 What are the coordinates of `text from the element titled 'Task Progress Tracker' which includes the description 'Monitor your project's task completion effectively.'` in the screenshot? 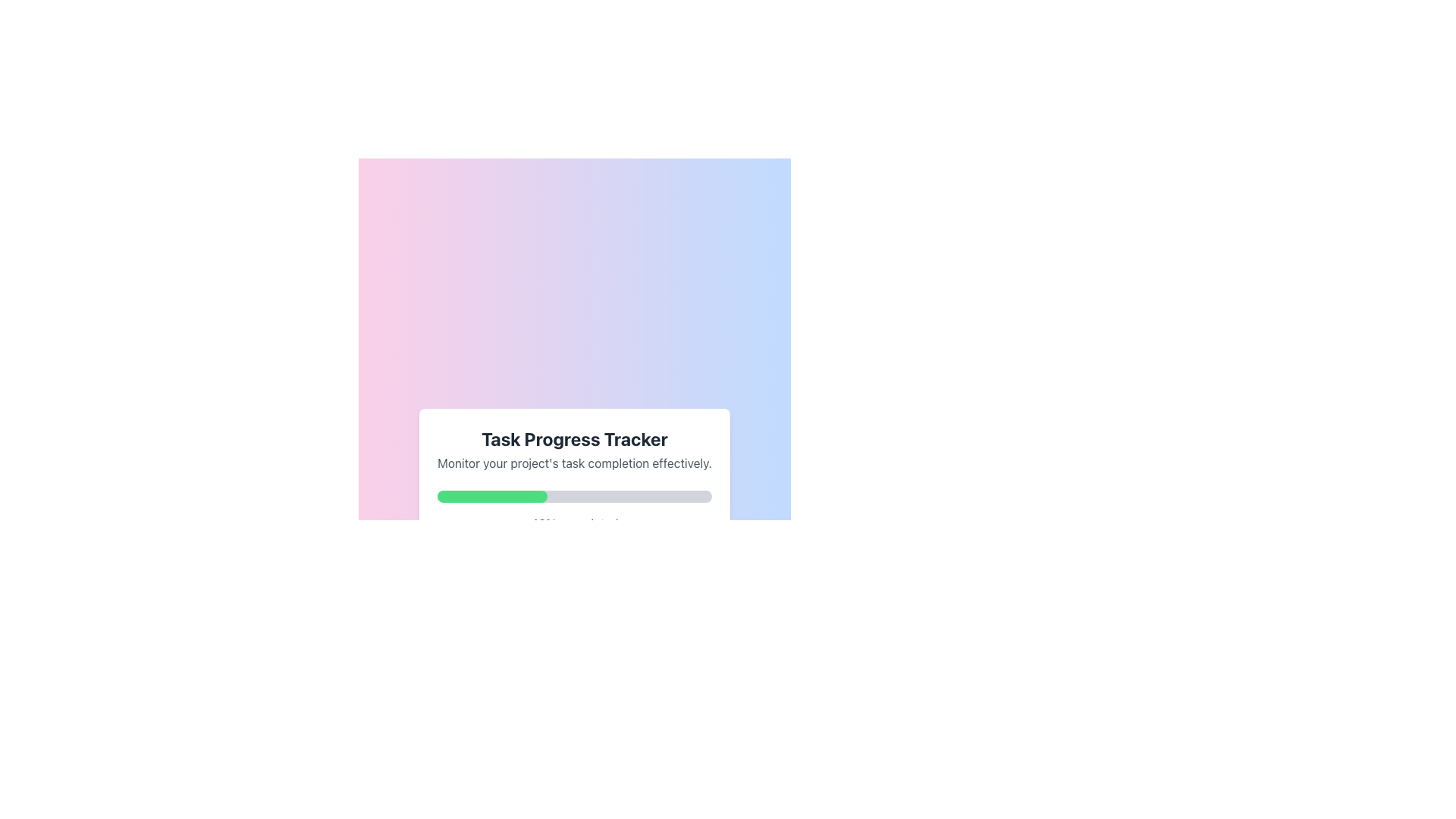 It's located at (574, 449).